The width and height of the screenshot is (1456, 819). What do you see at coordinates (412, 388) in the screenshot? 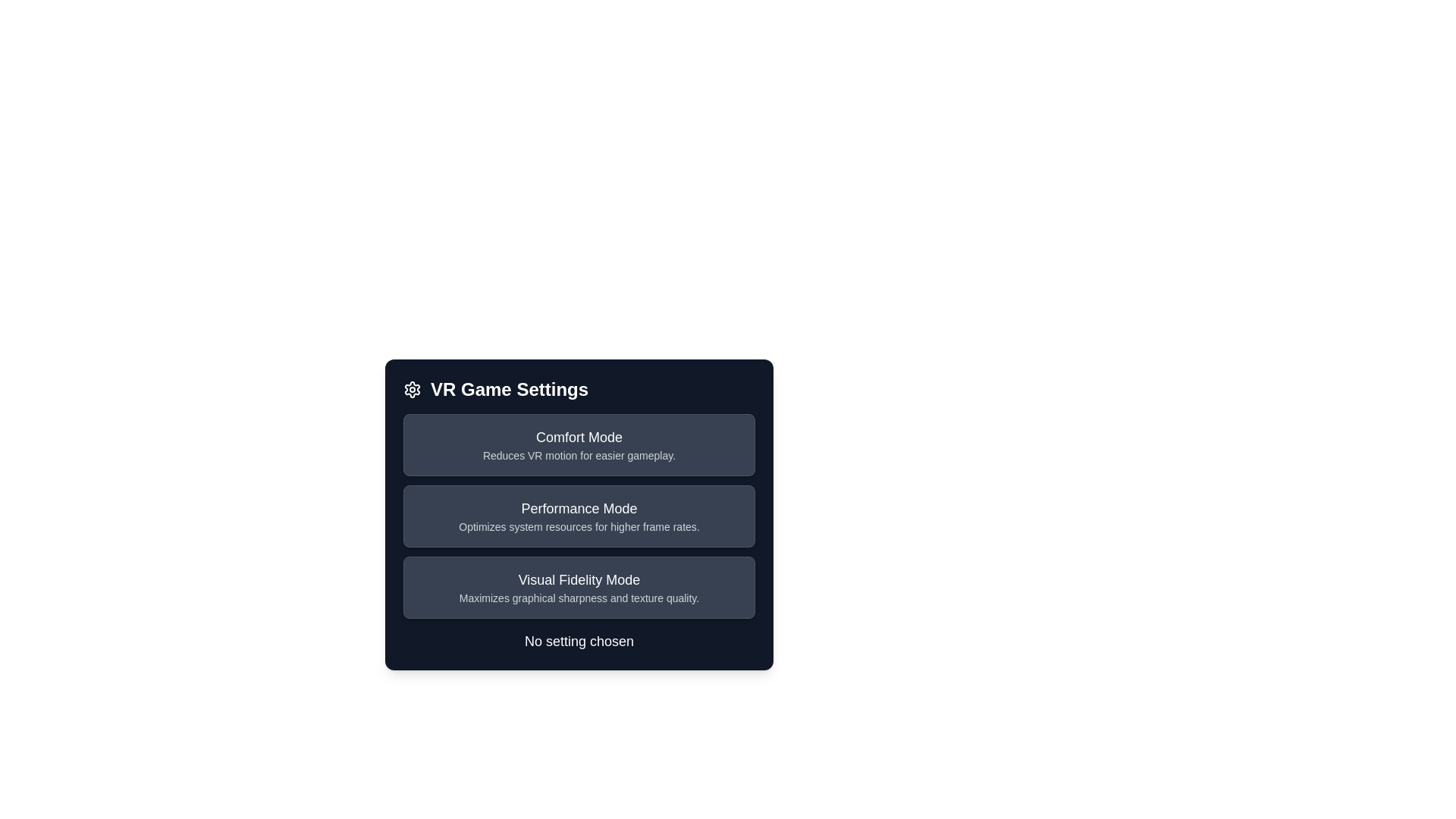
I see `the gear icon positioned to the left of the 'VR Game Settings' heading in the top-left corner of the settings interface` at bounding box center [412, 388].